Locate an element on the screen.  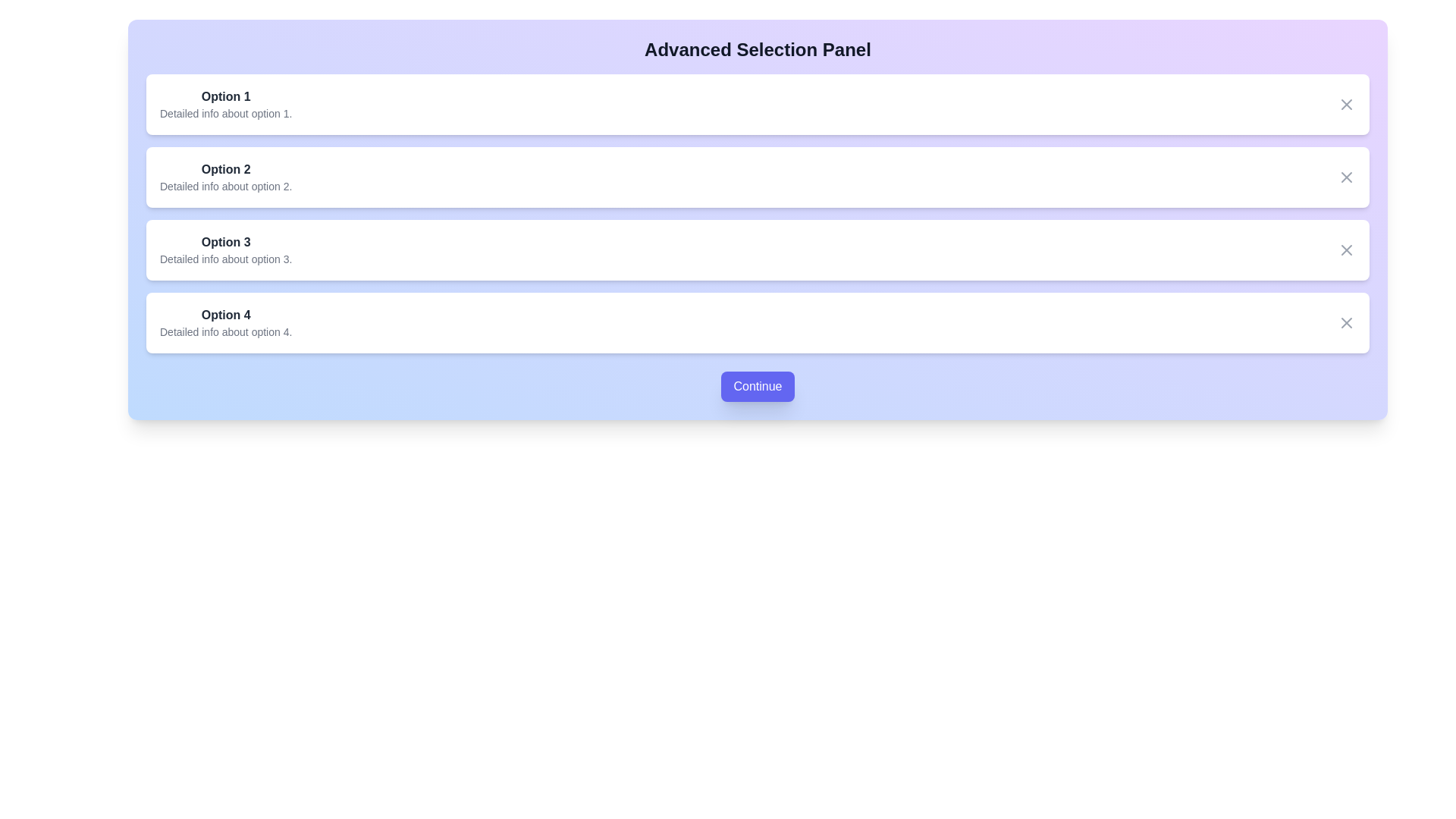
text label that provides detailed information about option 1, which is positioned below the title 'Option 1' in the vertical list is located at coordinates (225, 113).